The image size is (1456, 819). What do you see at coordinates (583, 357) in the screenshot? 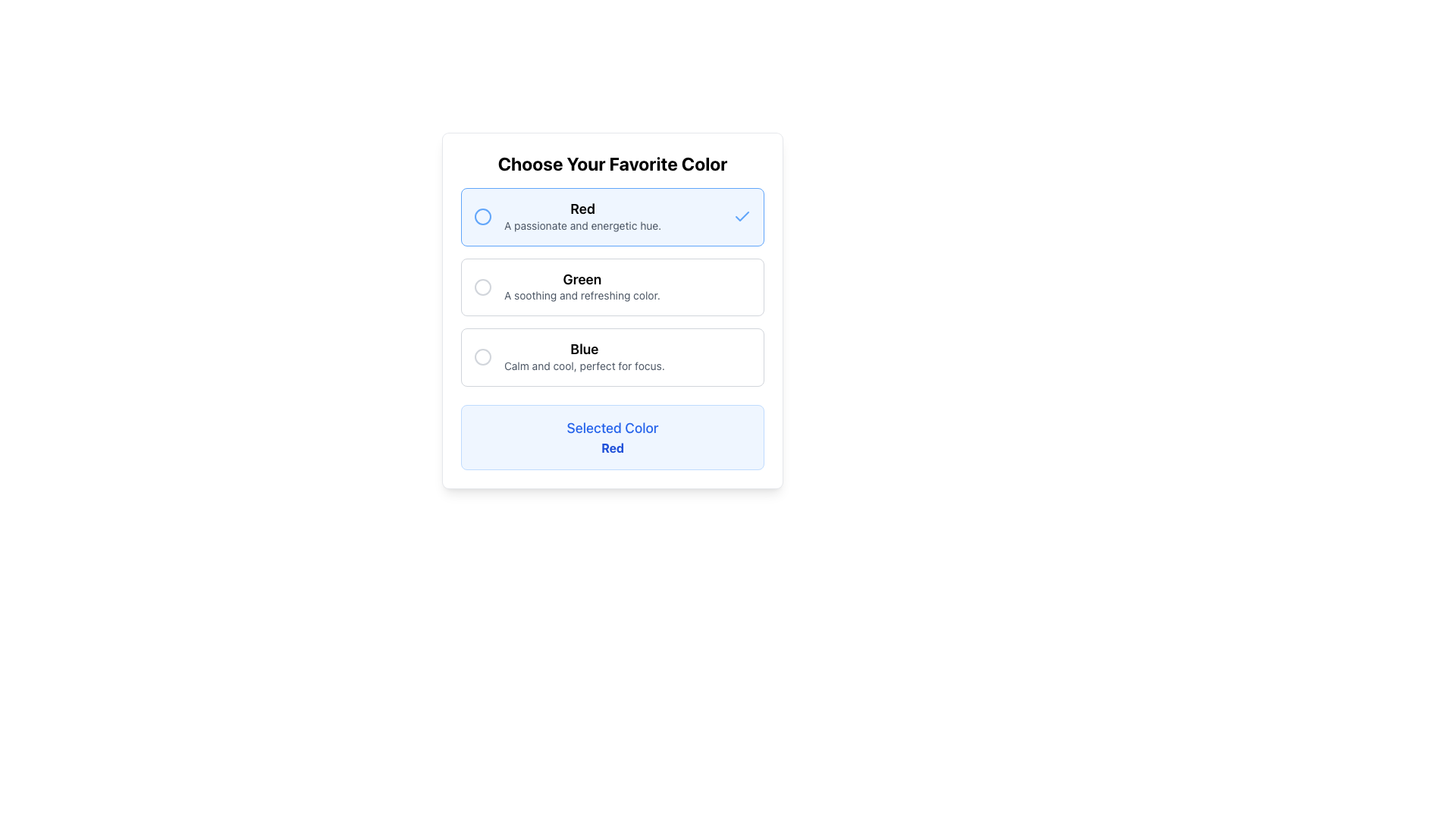
I see `the text block describing the option 'Blue' in the color selection interface, which is centrally located within the card layout and is the third item in the list of options` at bounding box center [583, 357].